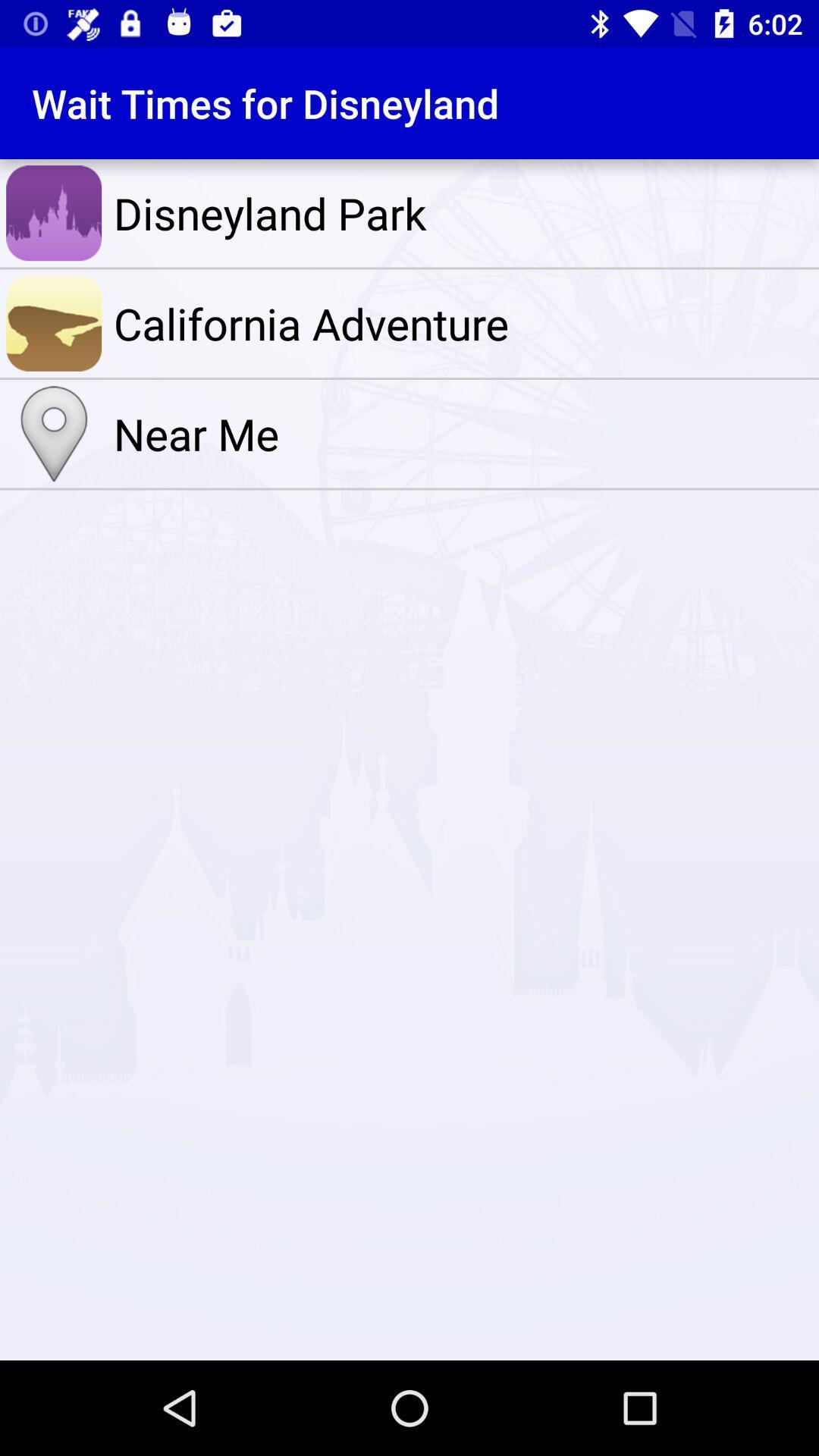  Describe the element at coordinates (462, 212) in the screenshot. I see `disneyland park` at that location.